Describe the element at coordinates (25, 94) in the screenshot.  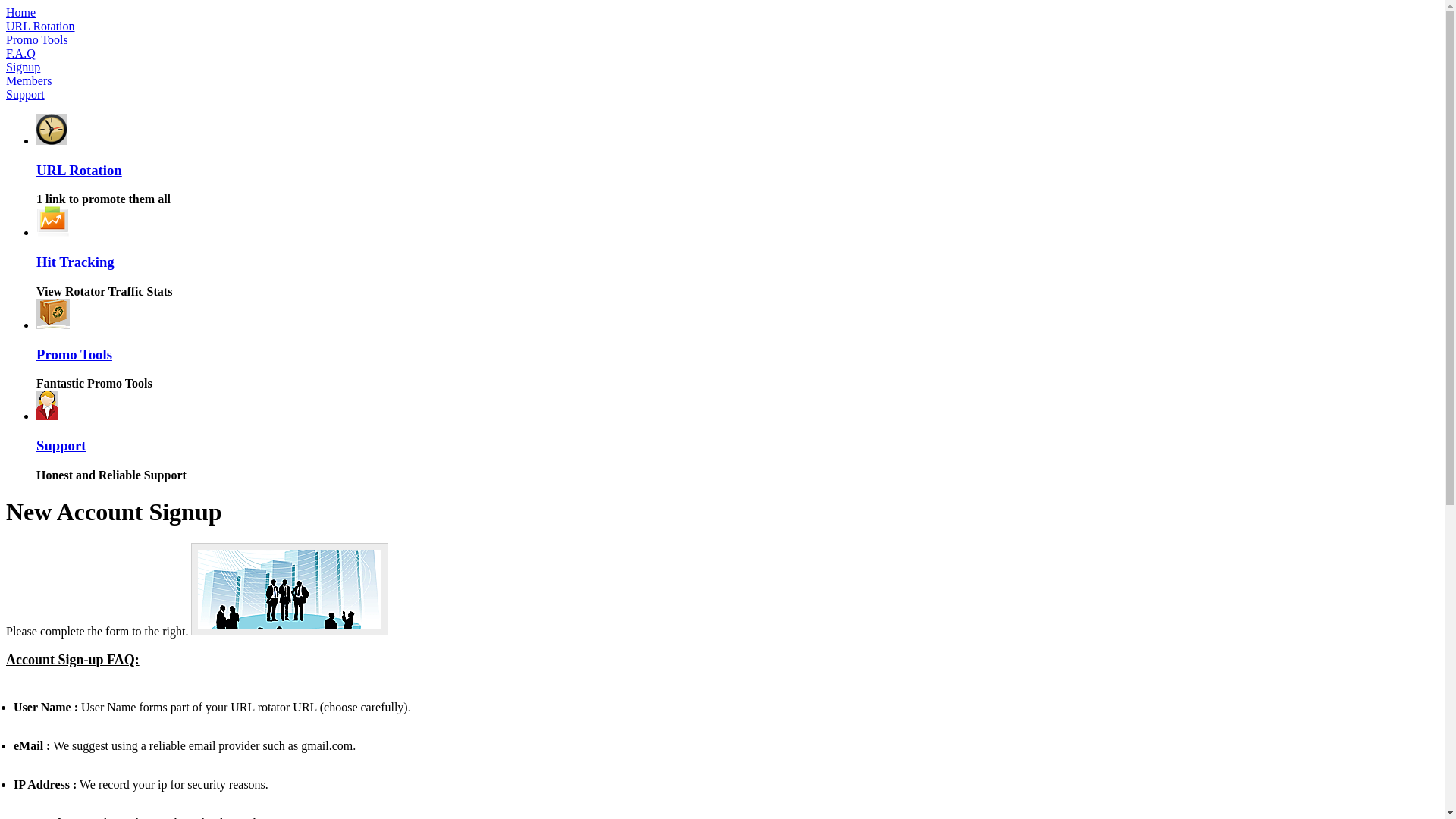
I see `'Support'` at that location.